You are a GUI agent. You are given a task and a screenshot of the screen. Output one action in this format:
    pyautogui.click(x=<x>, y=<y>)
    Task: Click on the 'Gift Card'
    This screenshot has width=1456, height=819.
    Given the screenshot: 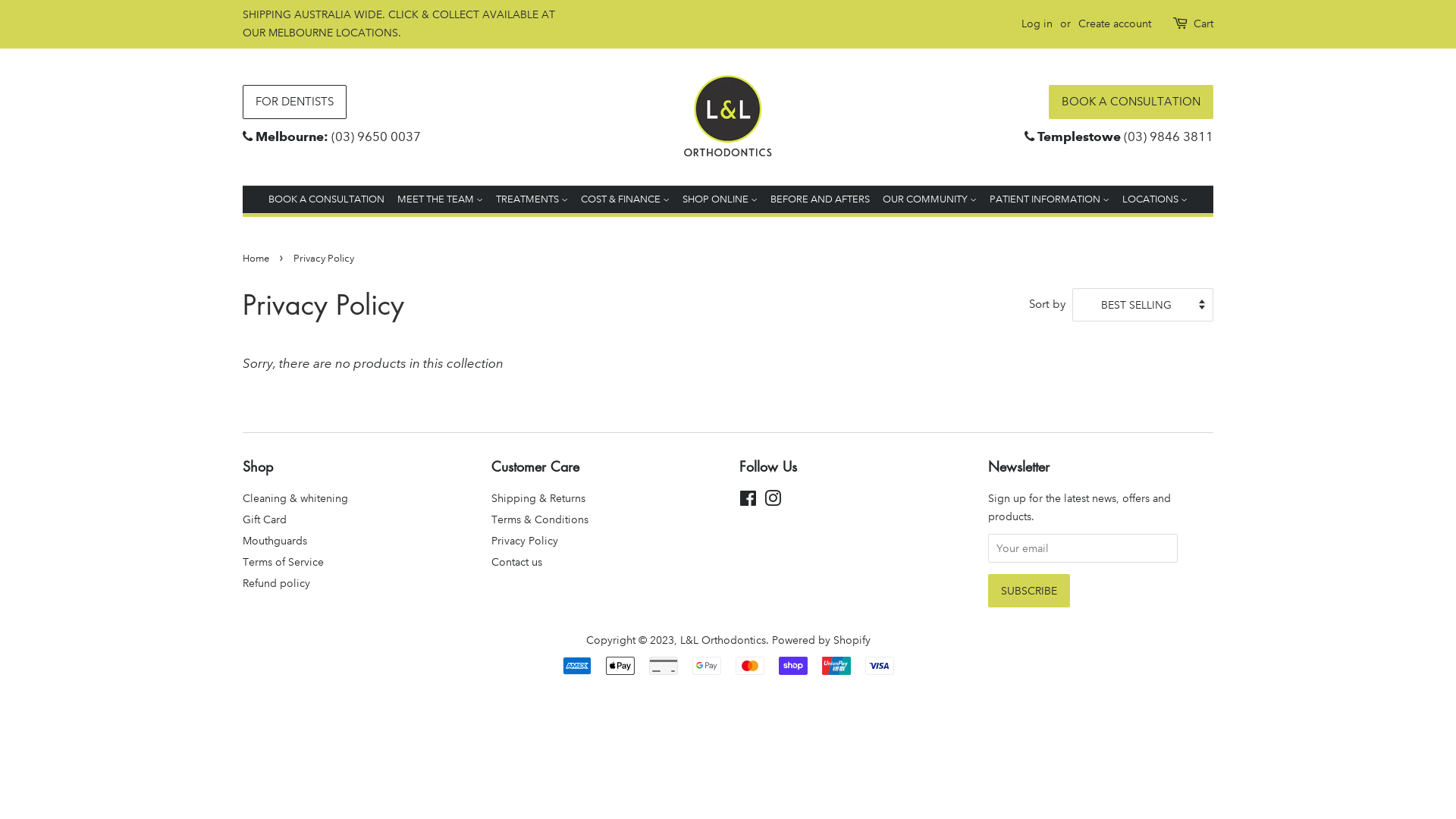 What is the action you would take?
    pyautogui.click(x=265, y=519)
    